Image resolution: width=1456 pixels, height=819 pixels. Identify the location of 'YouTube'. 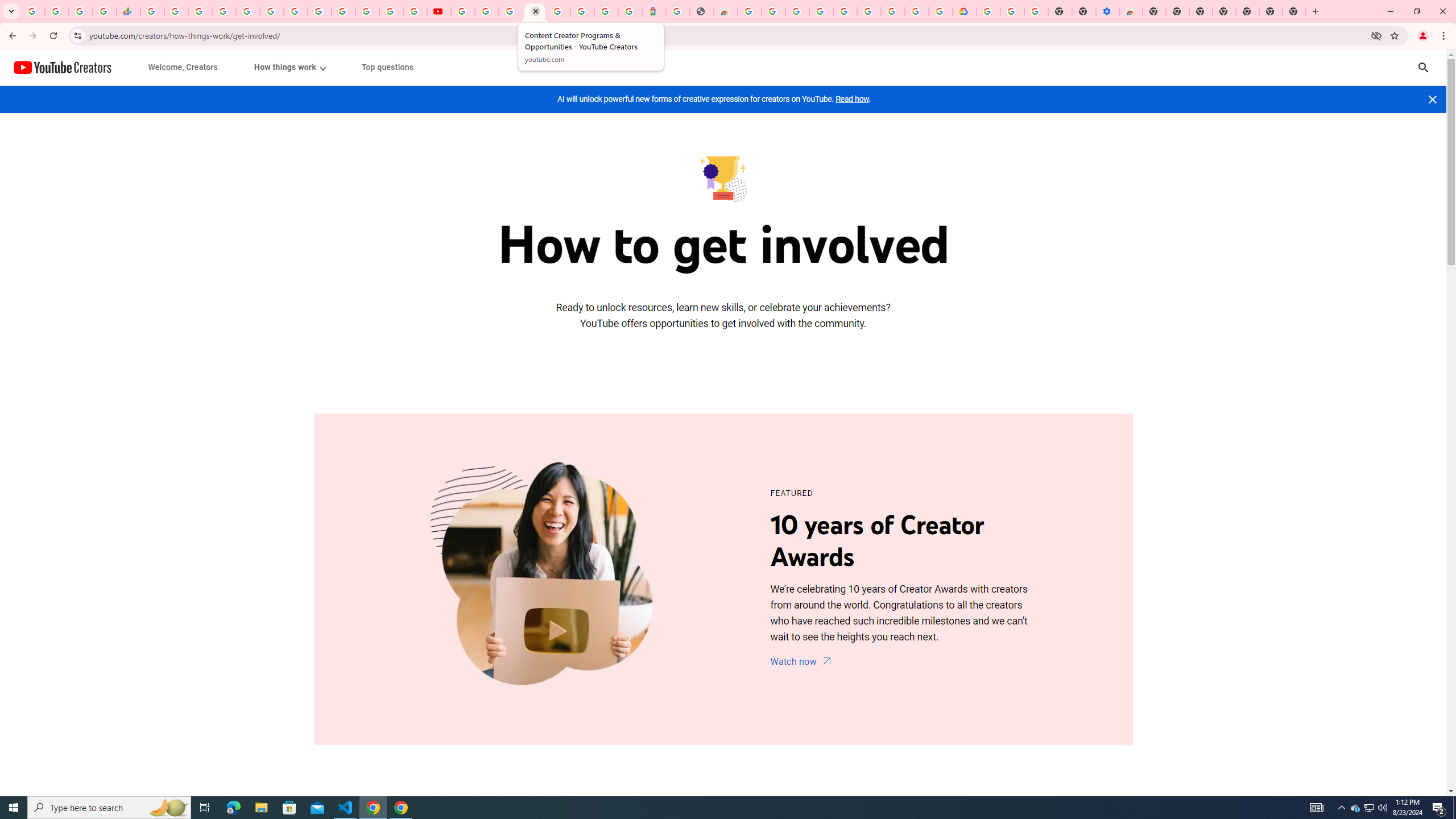
(463, 11).